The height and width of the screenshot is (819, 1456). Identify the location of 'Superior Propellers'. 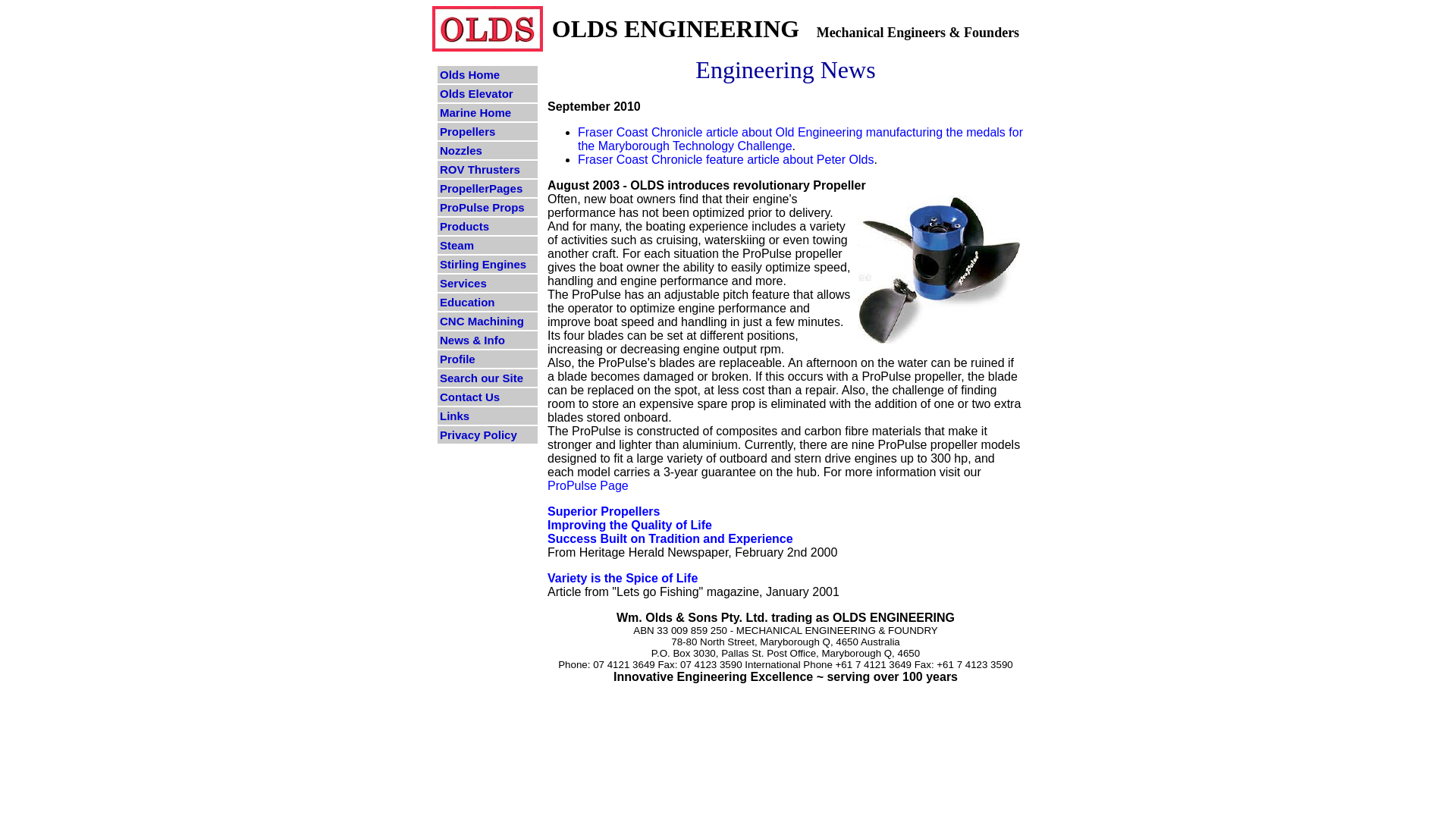
(603, 511).